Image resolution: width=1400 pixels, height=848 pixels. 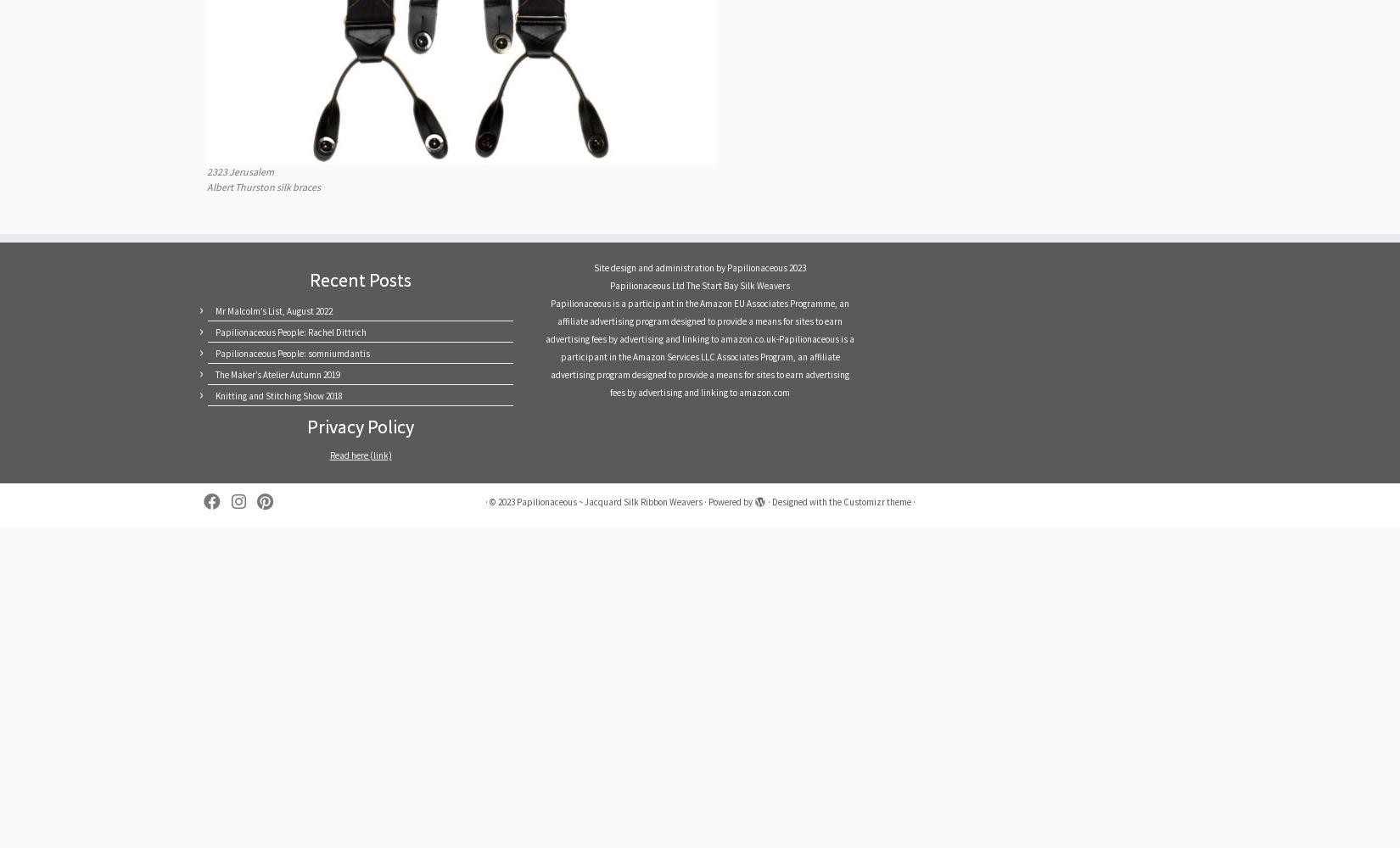 I want to click on 'Papilionaceous Ltd The Start Bay Silk Weavers', so click(x=700, y=284).